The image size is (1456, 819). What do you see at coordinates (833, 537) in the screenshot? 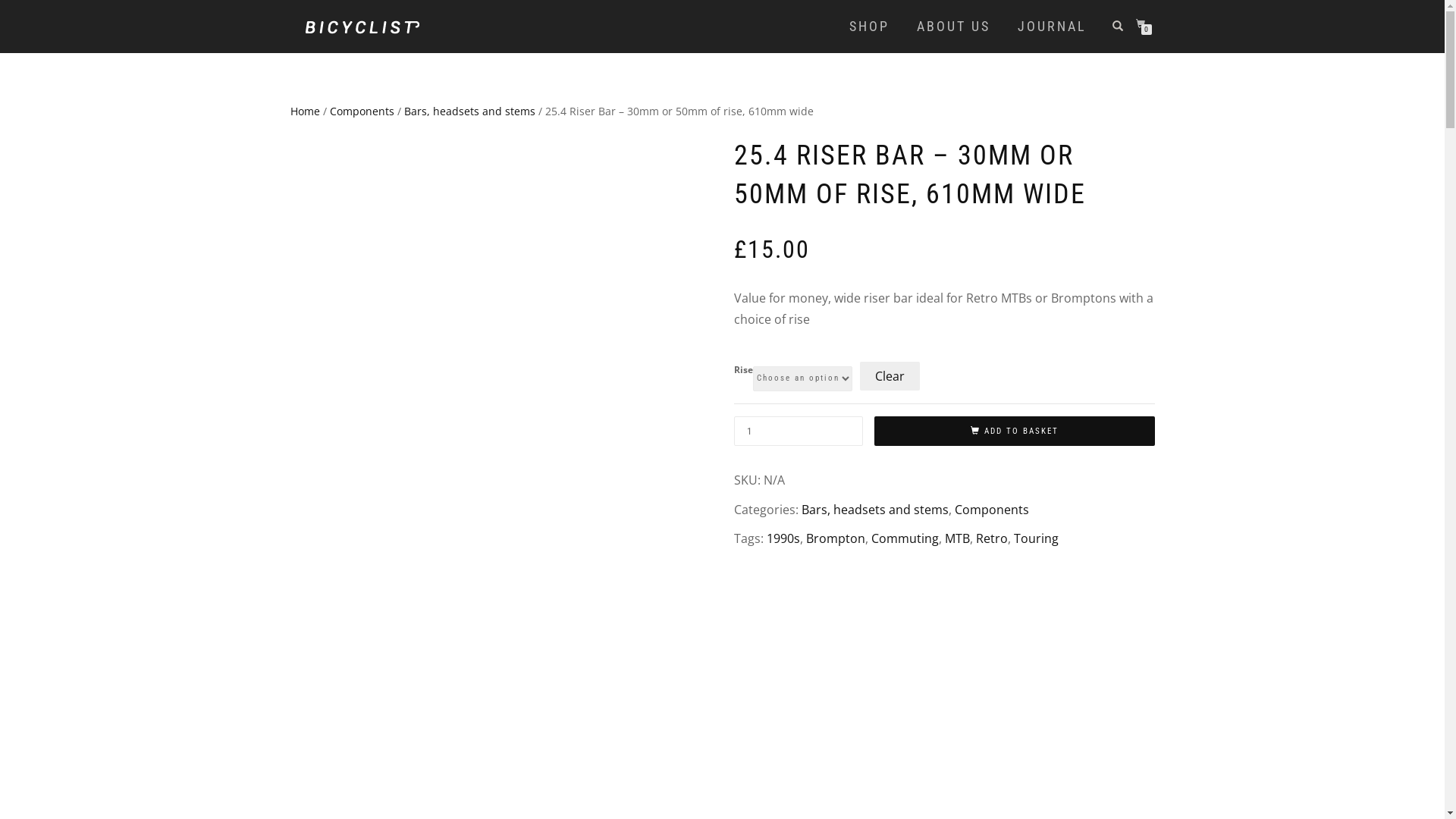
I see `'Brompton'` at bounding box center [833, 537].